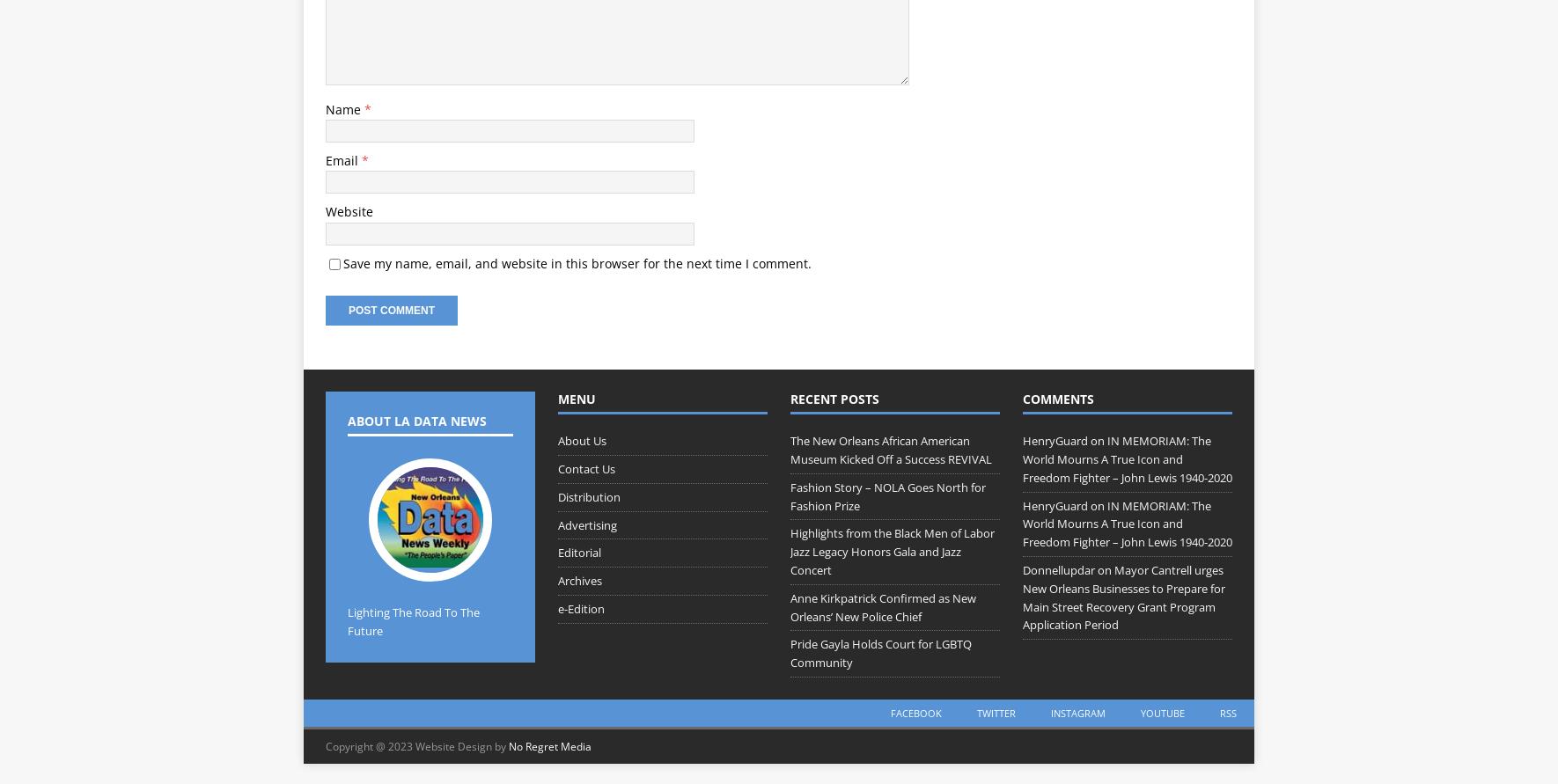 The height and width of the screenshot is (784, 1558). I want to click on 'Email', so click(342, 159).